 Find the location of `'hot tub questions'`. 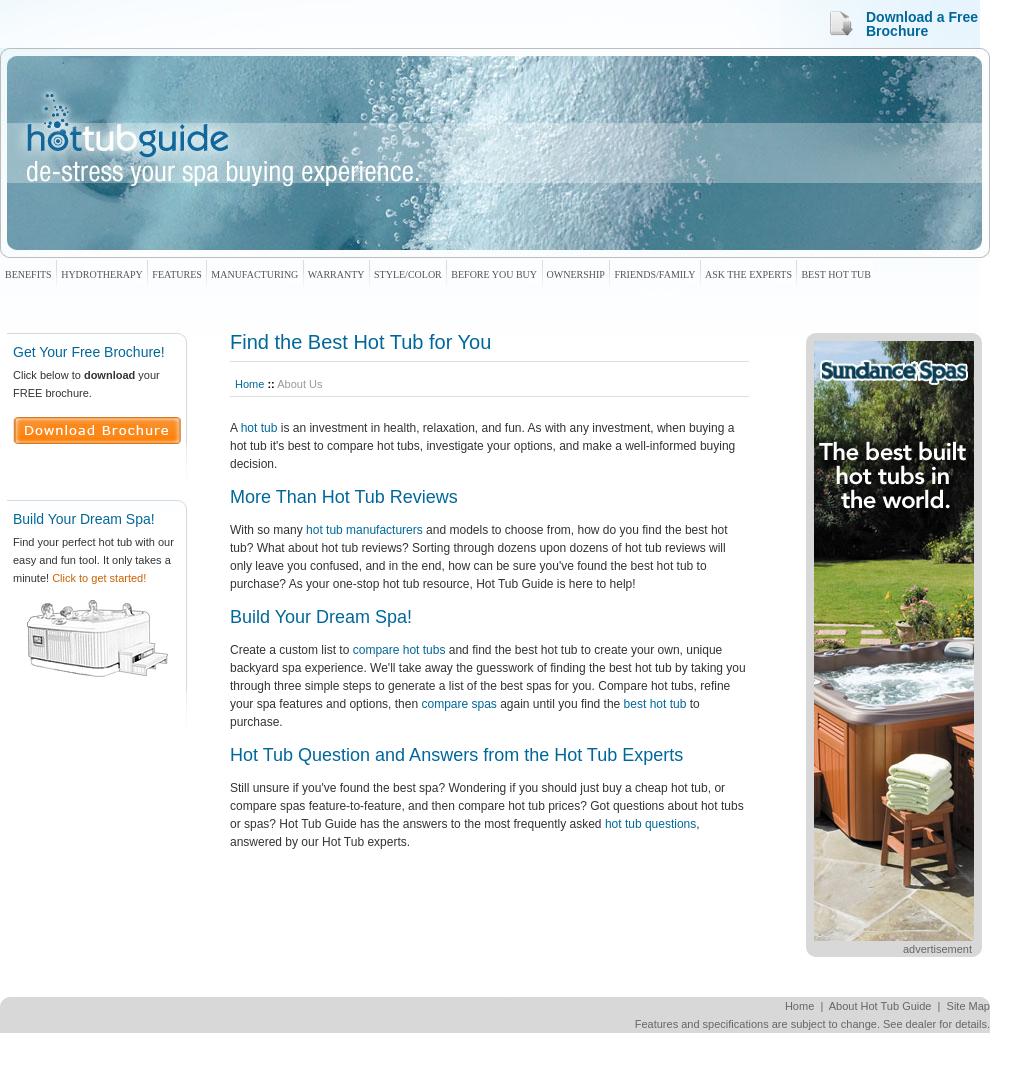

'hot tub questions' is located at coordinates (603, 822).